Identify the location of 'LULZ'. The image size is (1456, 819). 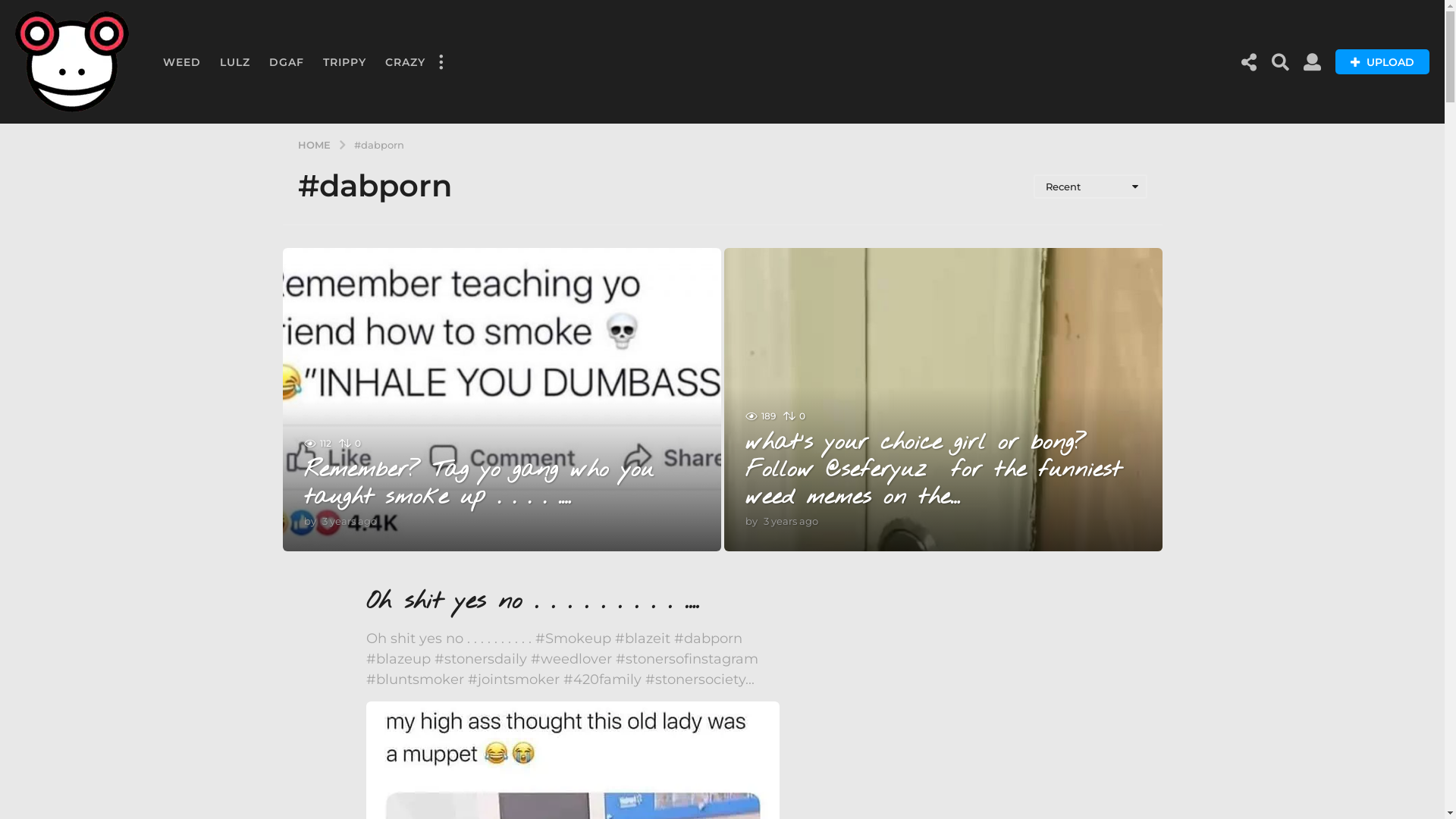
(234, 61).